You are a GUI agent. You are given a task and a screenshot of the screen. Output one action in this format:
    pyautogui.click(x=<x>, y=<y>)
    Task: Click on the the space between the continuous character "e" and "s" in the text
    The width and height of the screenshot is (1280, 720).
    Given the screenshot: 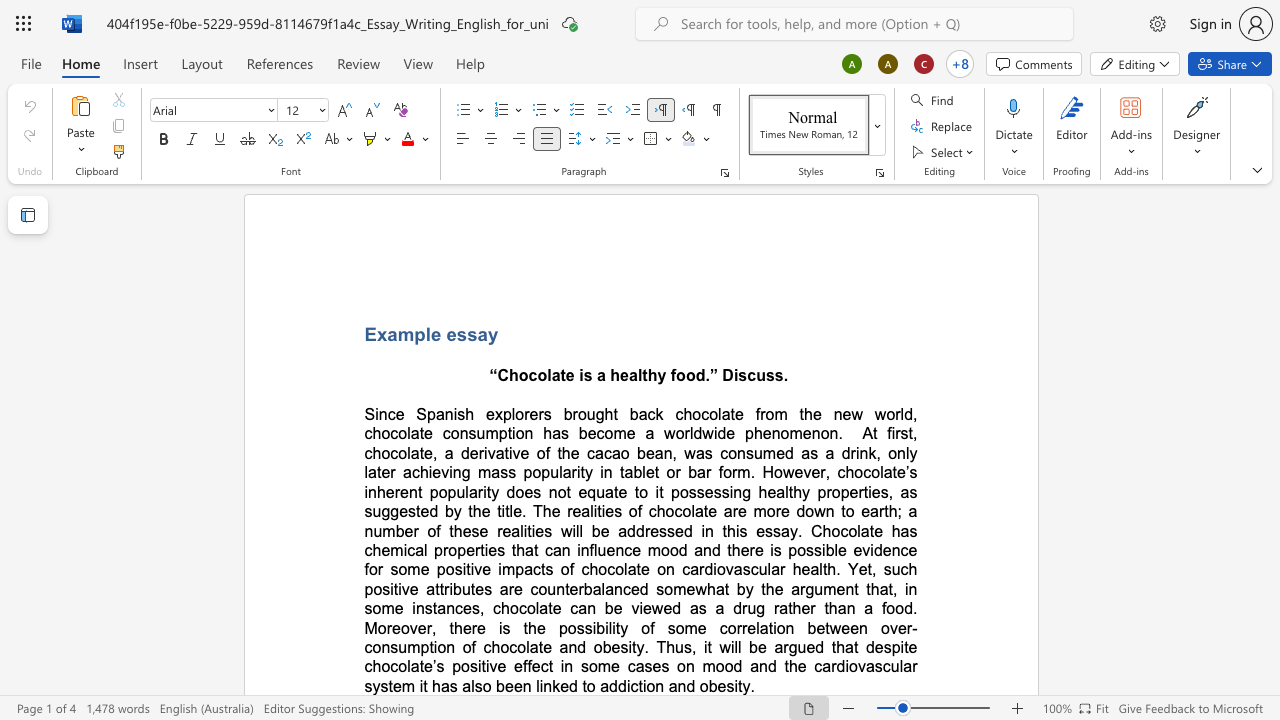 What is the action you would take?
    pyautogui.click(x=455, y=333)
    